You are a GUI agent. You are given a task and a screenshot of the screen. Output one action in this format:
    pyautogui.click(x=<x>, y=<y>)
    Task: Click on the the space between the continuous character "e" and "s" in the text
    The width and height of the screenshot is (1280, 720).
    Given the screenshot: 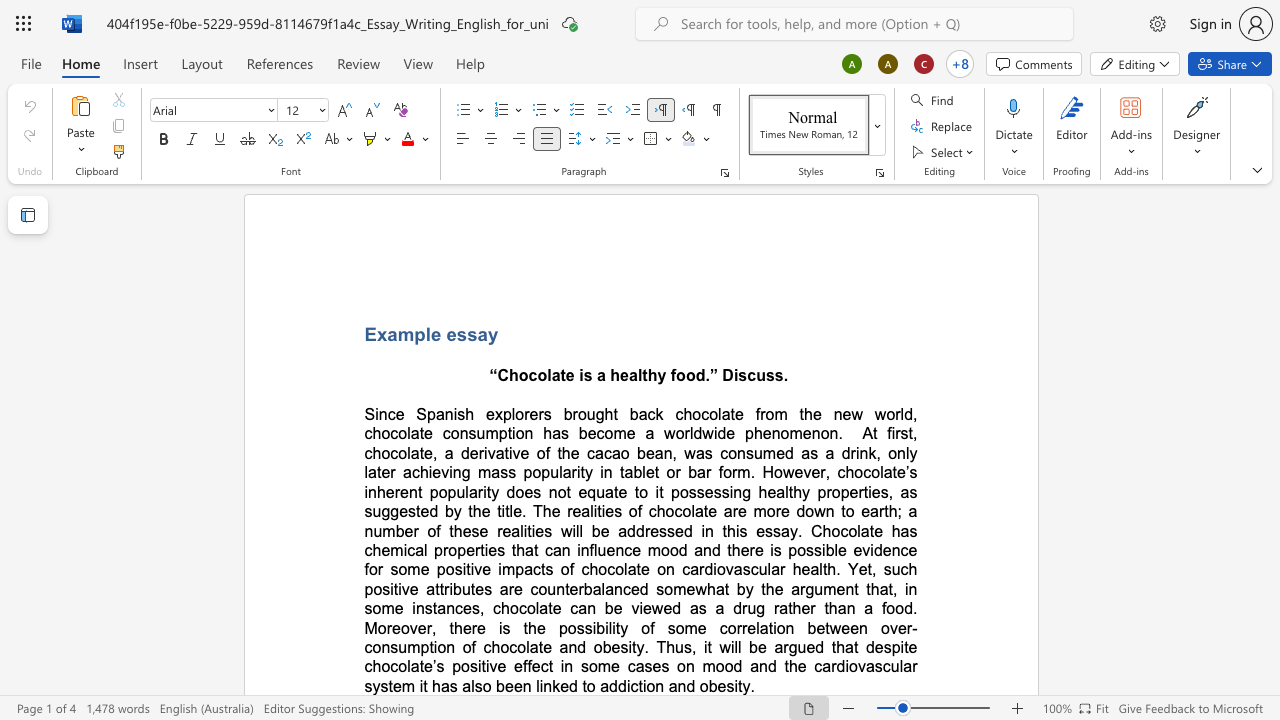 What is the action you would take?
    pyautogui.click(x=455, y=333)
    